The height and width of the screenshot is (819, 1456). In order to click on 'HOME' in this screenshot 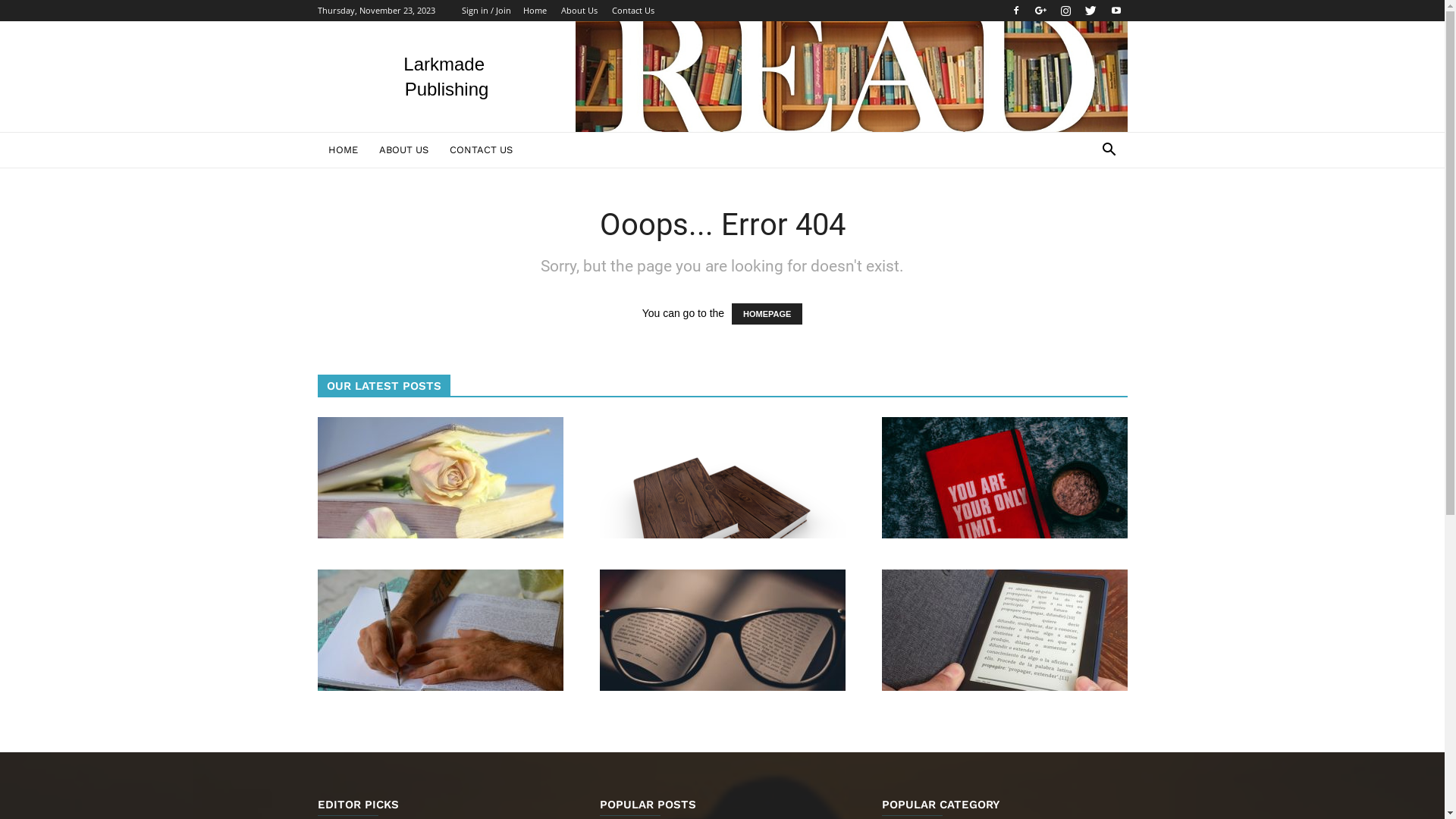, I will do `click(341, 149)`.